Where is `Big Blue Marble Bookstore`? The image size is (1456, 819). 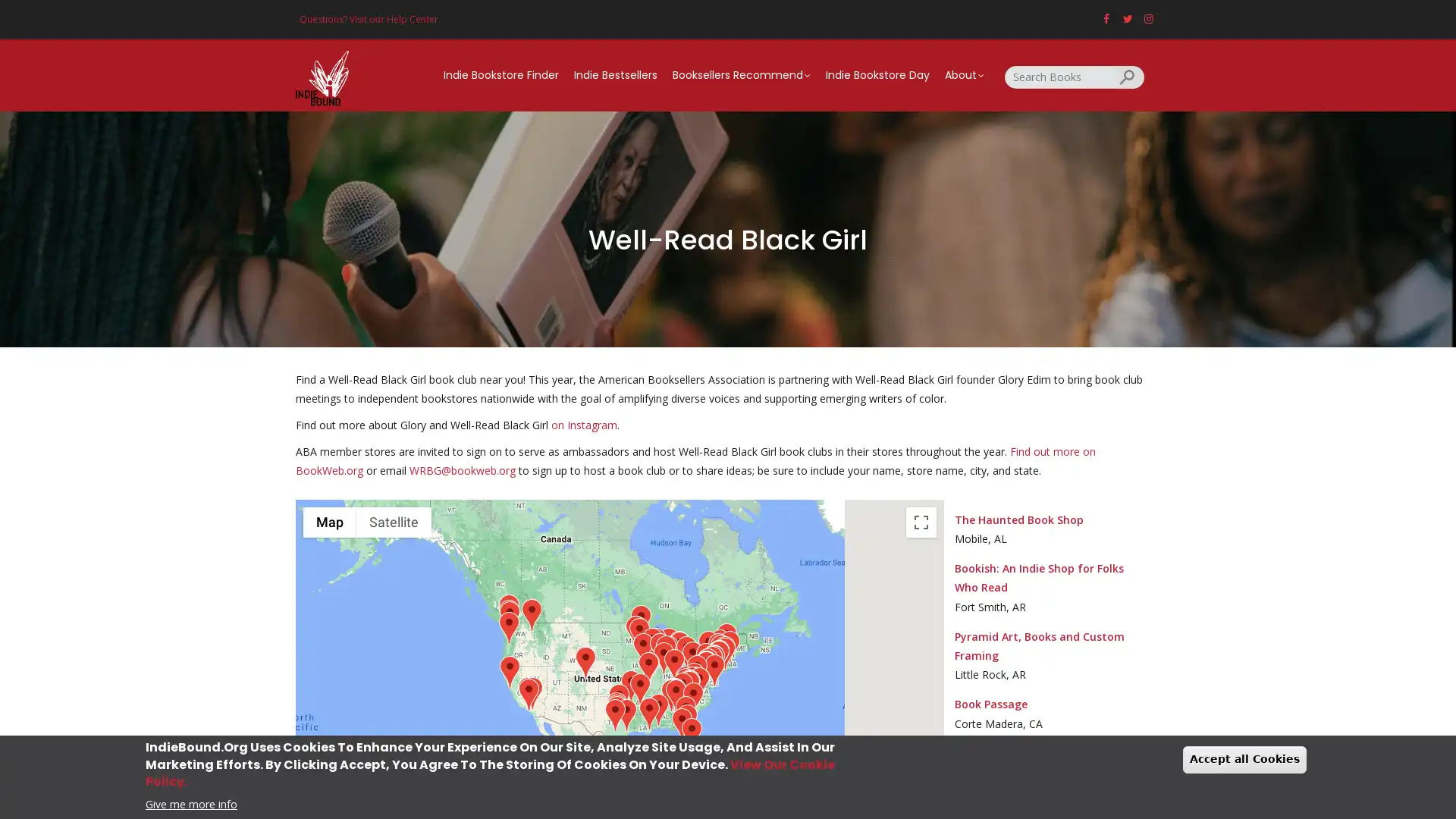 Big Blue Marble Bookstore is located at coordinates (712, 659).